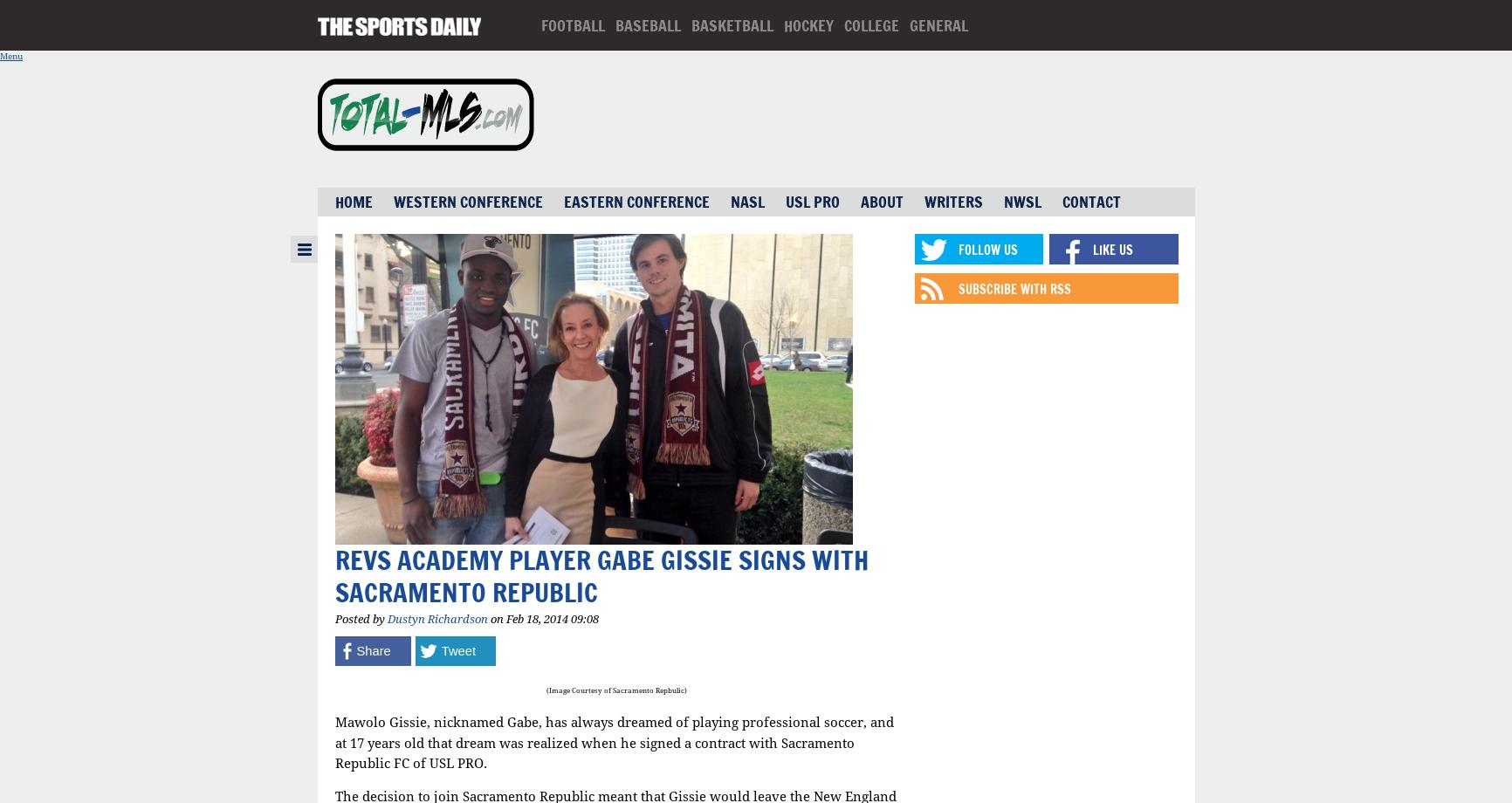 The height and width of the screenshot is (803, 1512). Describe the element at coordinates (352, 202) in the screenshot. I see `'Home'` at that location.